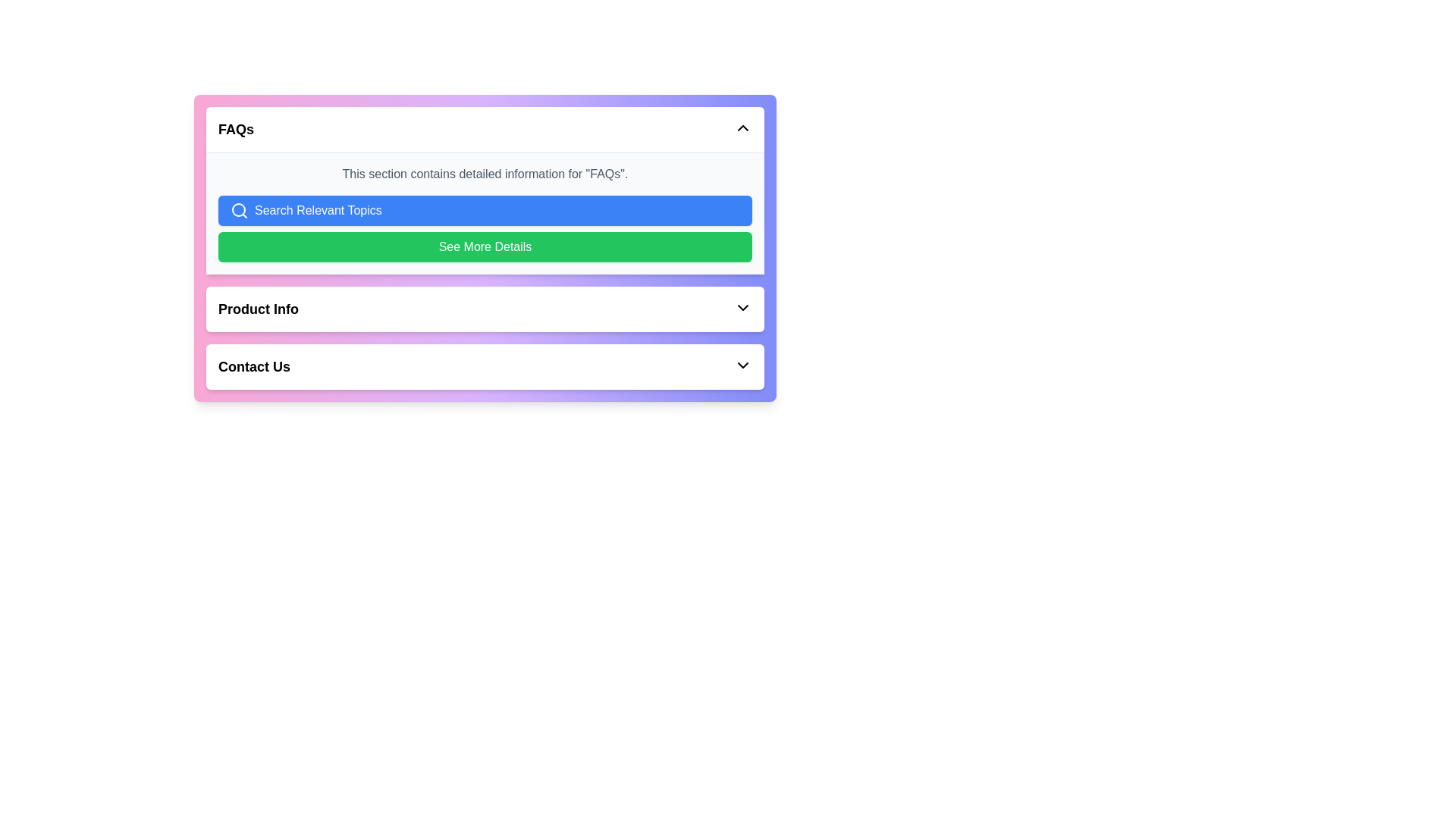  What do you see at coordinates (258, 309) in the screenshot?
I see `the 'Product Info' text label` at bounding box center [258, 309].